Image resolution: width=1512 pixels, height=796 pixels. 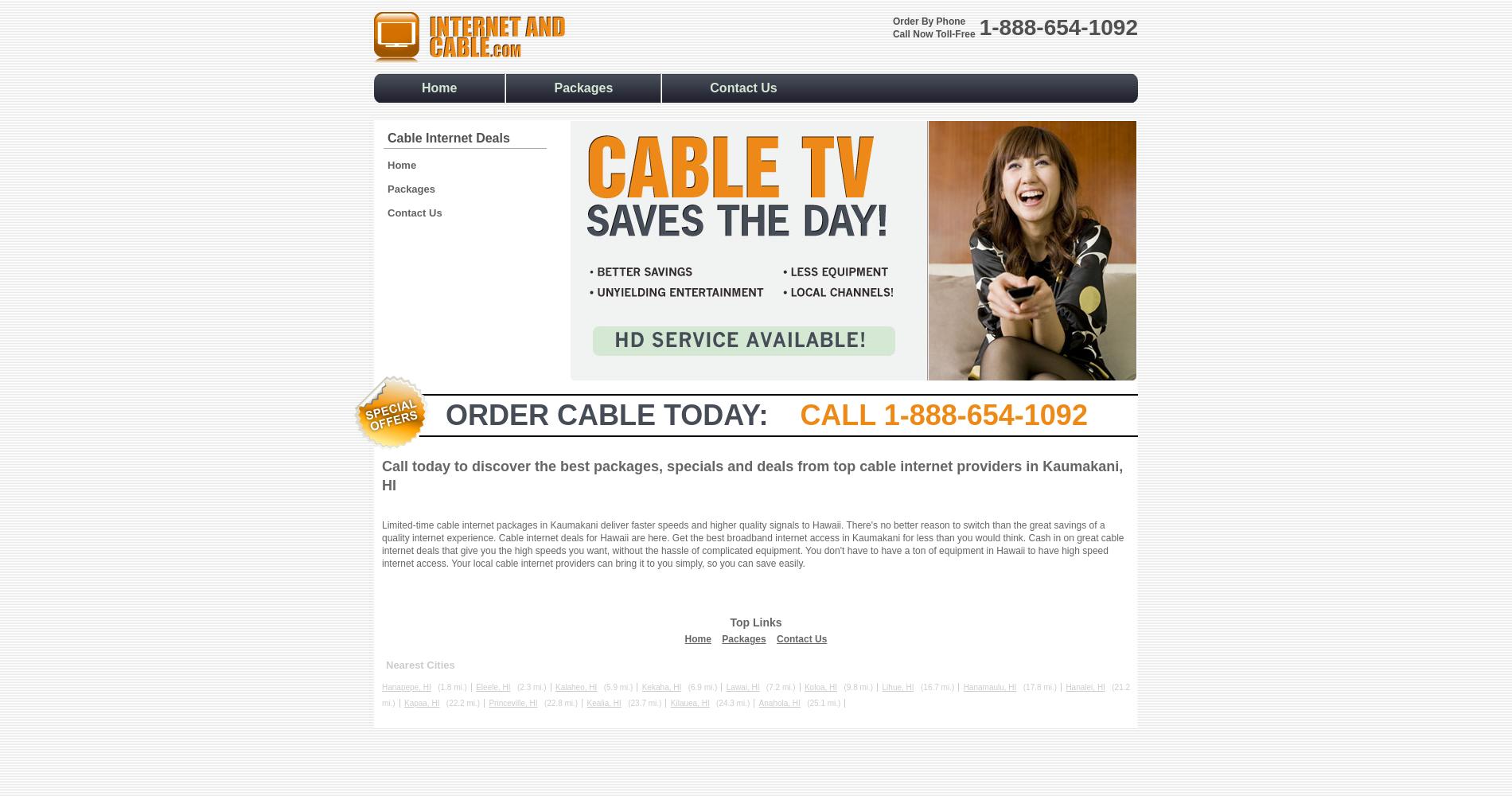 I want to click on 'Kapaa, HI', so click(x=421, y=703).